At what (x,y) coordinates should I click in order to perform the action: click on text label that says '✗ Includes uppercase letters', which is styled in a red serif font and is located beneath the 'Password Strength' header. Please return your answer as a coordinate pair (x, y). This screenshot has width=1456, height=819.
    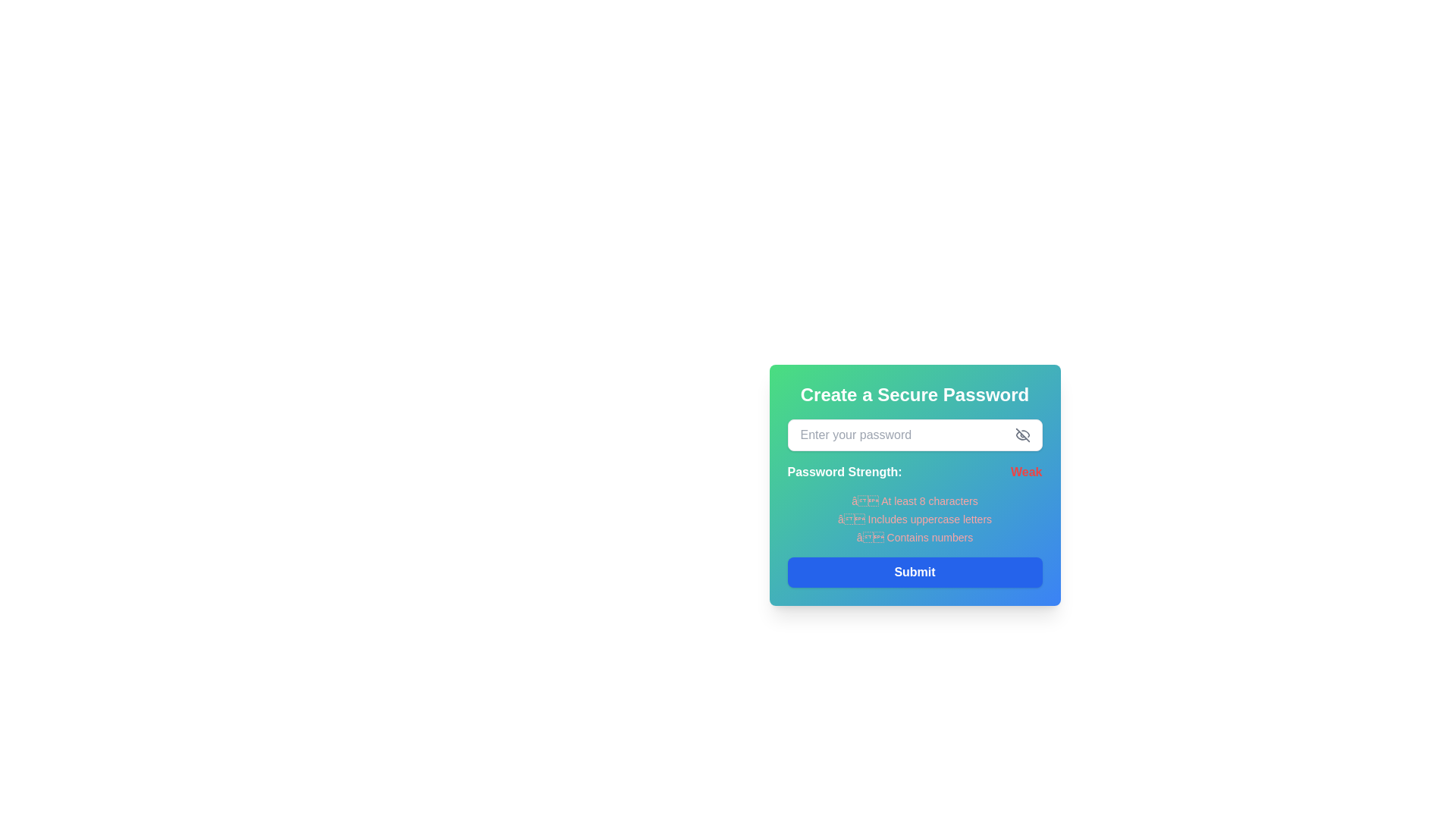
    Looking at the image, I should click on (914, 519).